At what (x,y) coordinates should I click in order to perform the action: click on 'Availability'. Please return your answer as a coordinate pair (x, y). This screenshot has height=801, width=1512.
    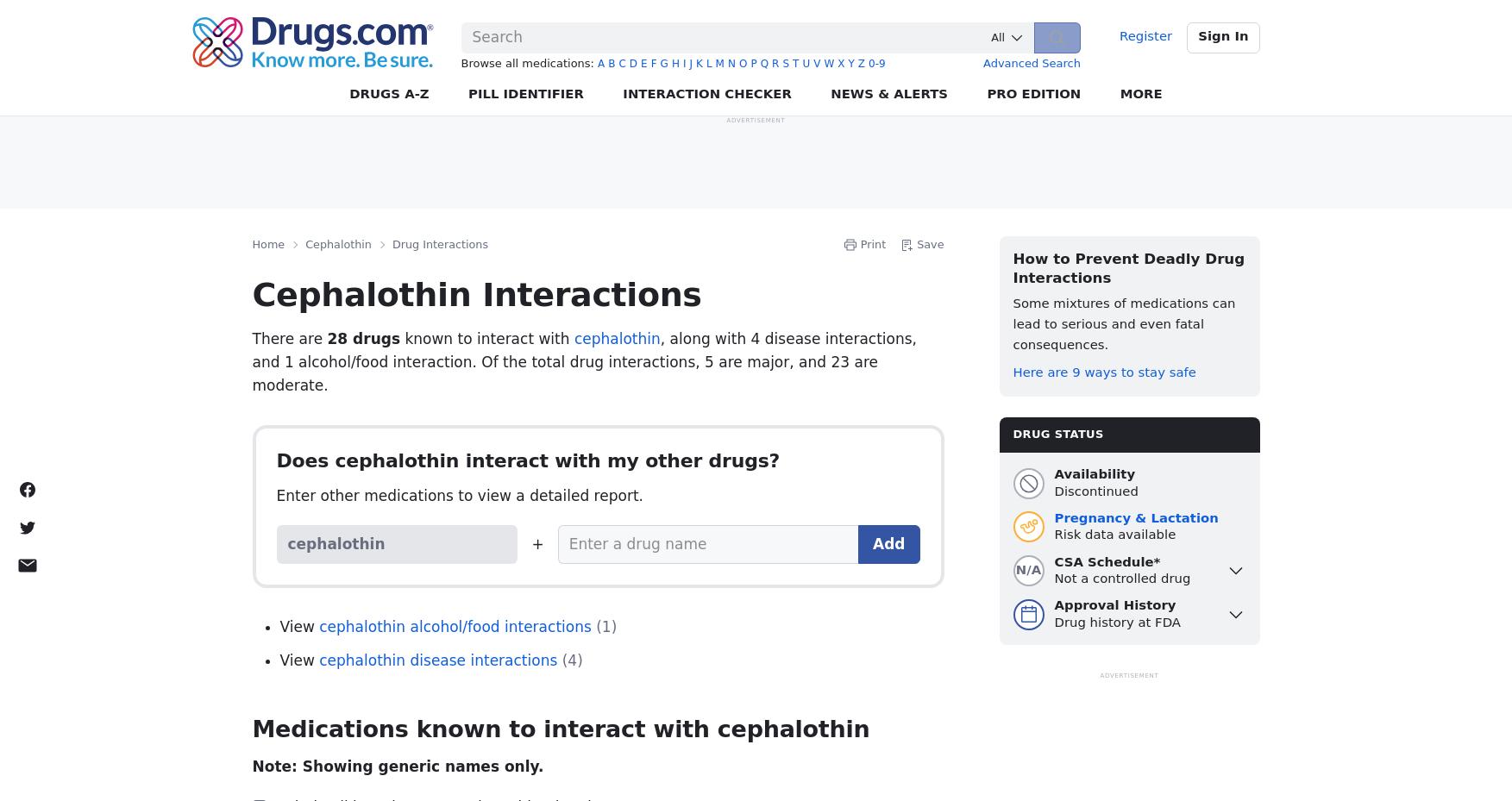
    Looking at the image, I should click on (1093, 473).